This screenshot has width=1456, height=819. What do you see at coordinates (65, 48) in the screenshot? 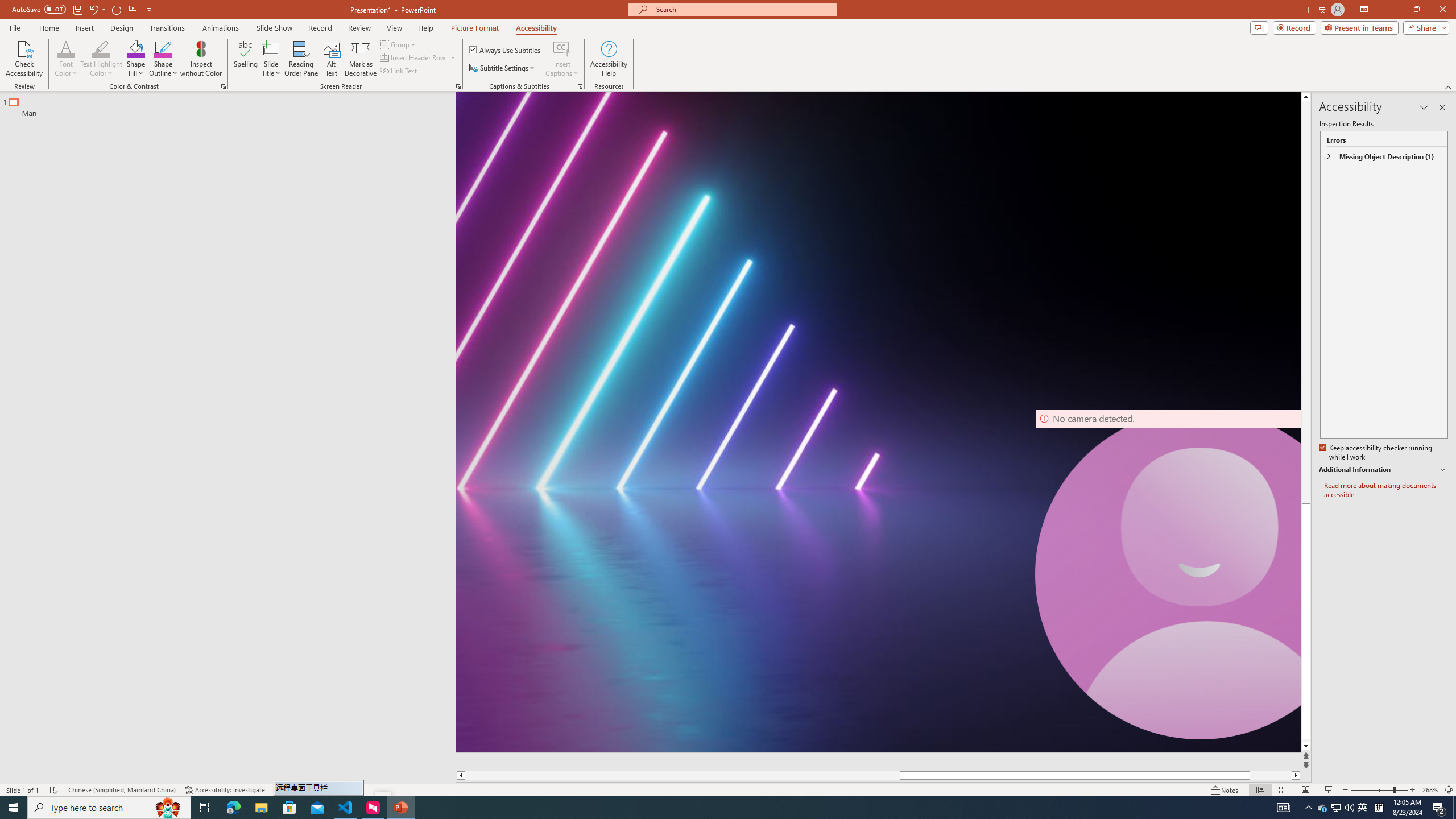
I see `'Font Color'` at bounding box center [65, 48].